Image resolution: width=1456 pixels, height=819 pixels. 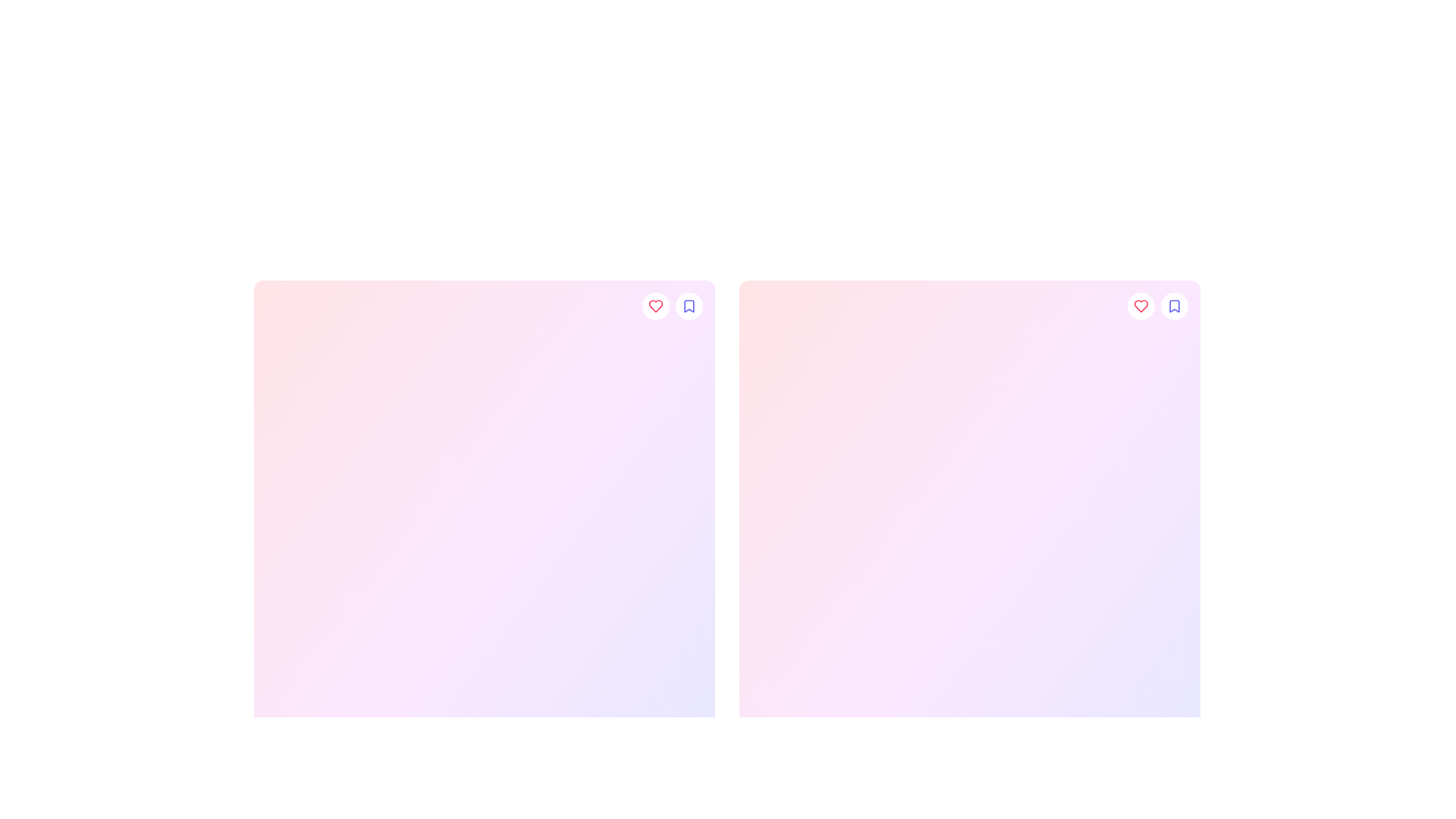 I want to click on the interactive button representing 'like' or 'favorite' functionality located at the top right corner of the interface, to observe the interactive effects, so click(x=1141, y=306).